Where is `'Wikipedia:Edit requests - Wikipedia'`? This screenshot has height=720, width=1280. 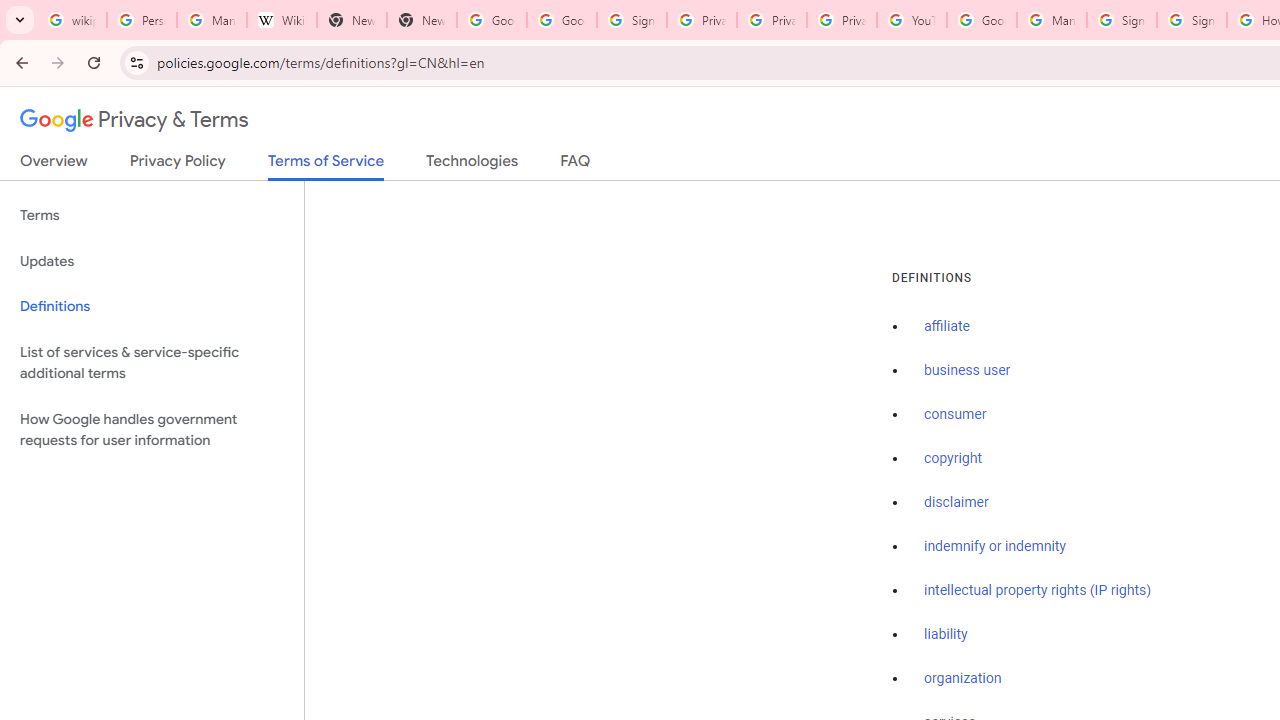
'Wikipedia:Edit requests - Wikipedia' is located at coordinates (281, 20).